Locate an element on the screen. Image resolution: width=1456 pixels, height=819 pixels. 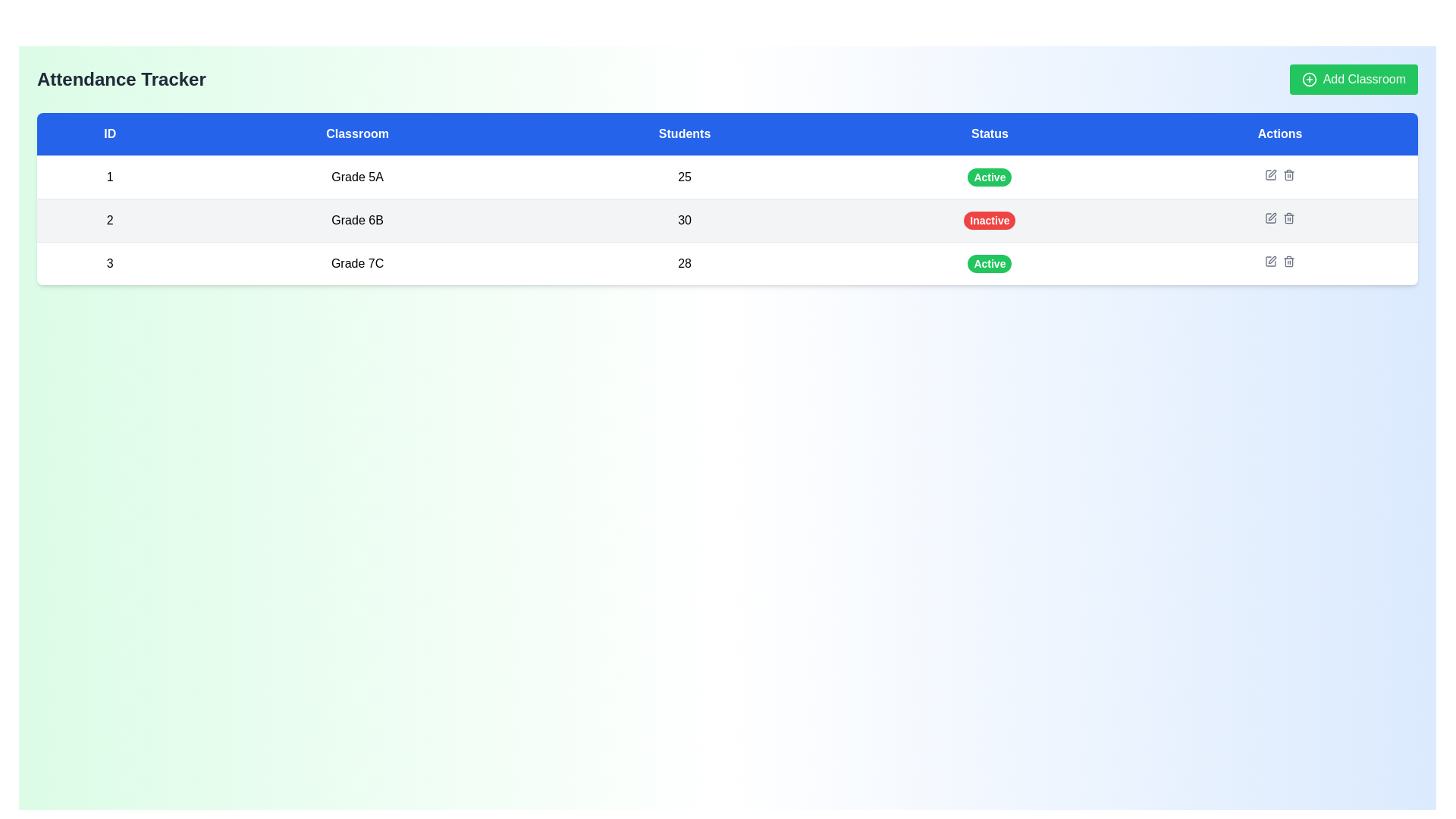
the delete icon button located in the 'Actions' column of the second data row for 'Grade 6B' is located at coordinates (1288, 218).